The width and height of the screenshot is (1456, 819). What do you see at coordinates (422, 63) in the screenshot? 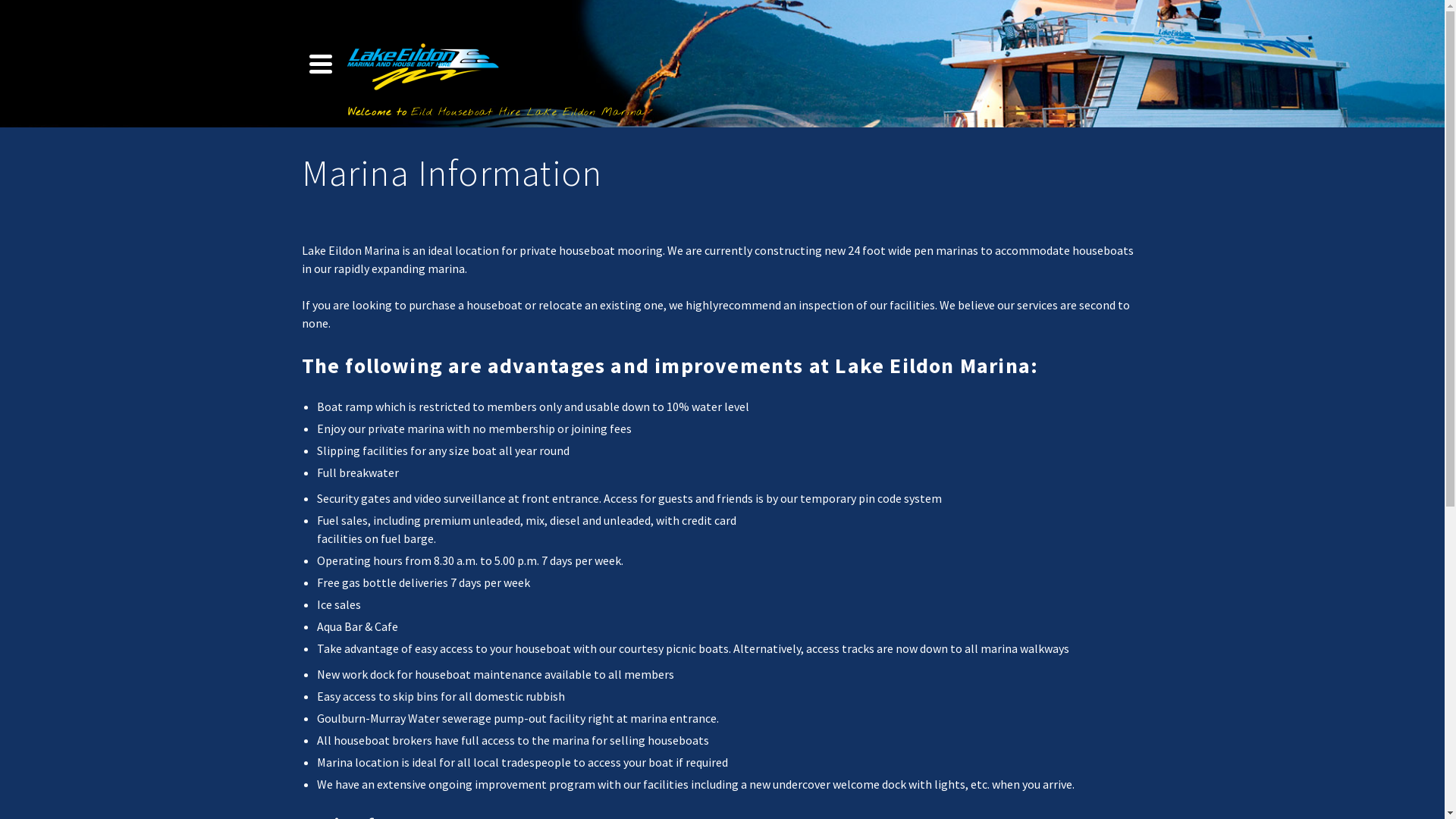
I see `'Eild Houseboat Hire Lake Eildon Marina'` at bounding box center [422, 63].